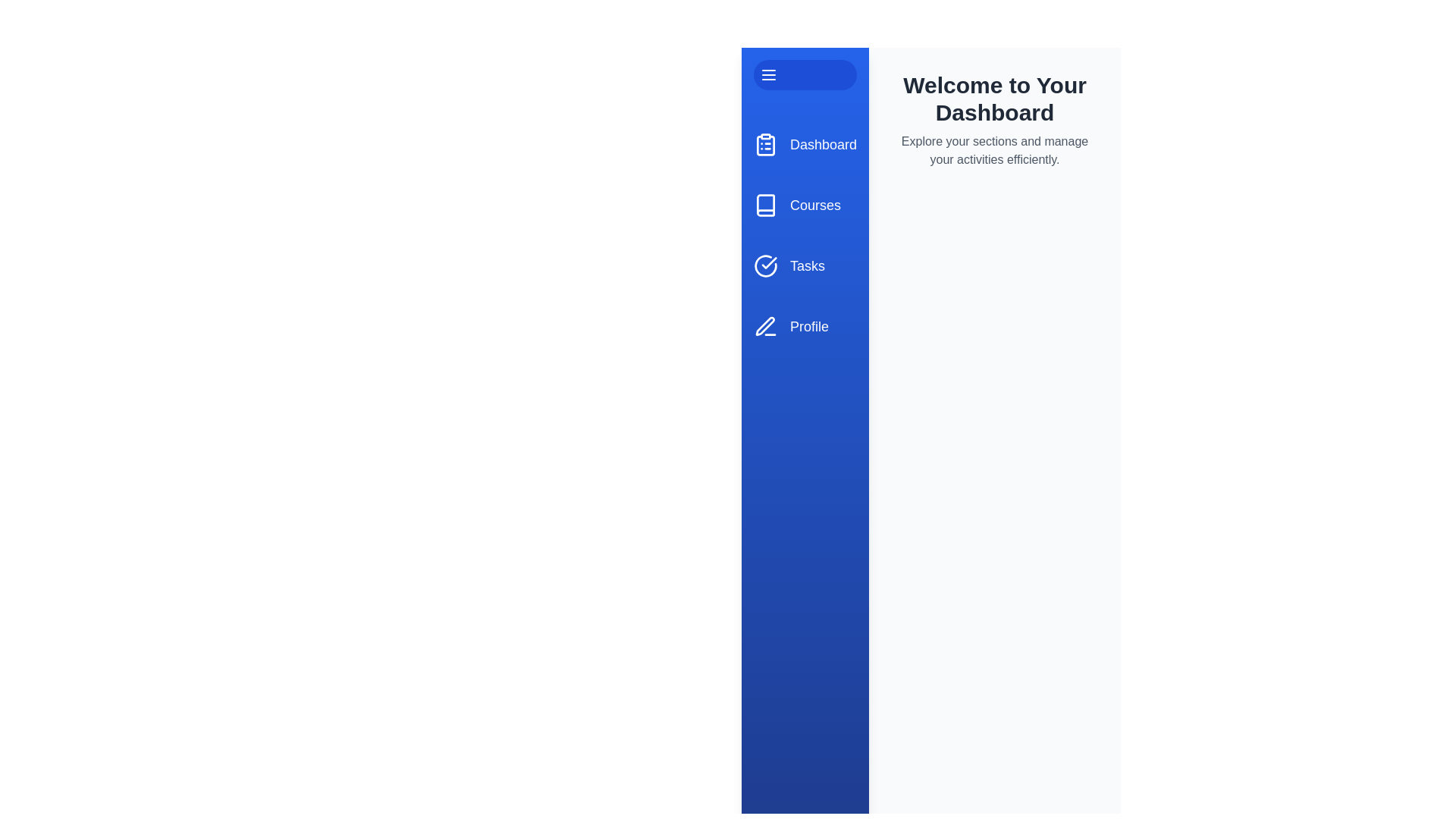  I want to click on the menu item labeled Tasks to navigate, so click(804, 265).